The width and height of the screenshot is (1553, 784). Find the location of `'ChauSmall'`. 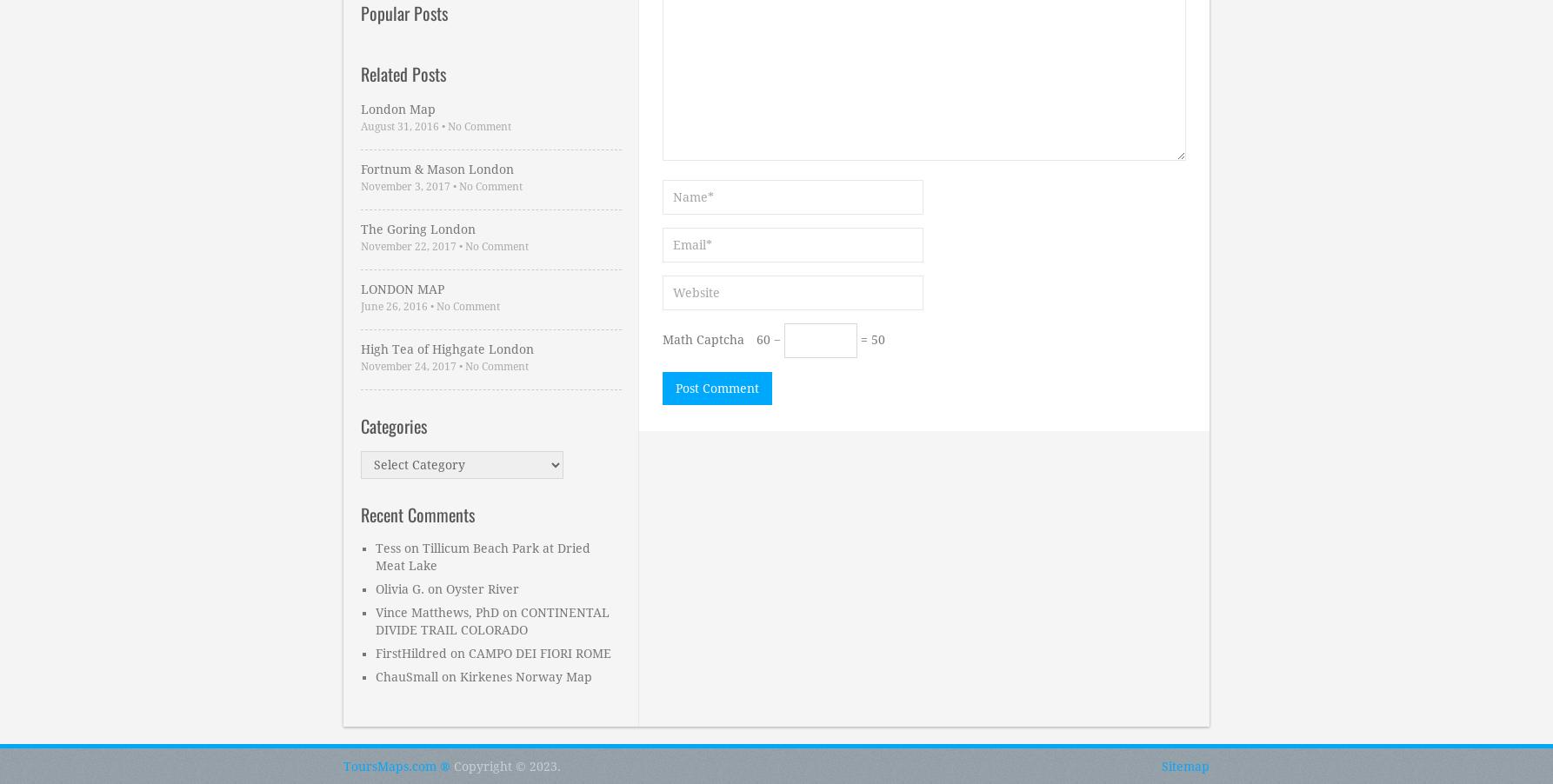

'ChauSmall' is located at coordinates (405, 675).